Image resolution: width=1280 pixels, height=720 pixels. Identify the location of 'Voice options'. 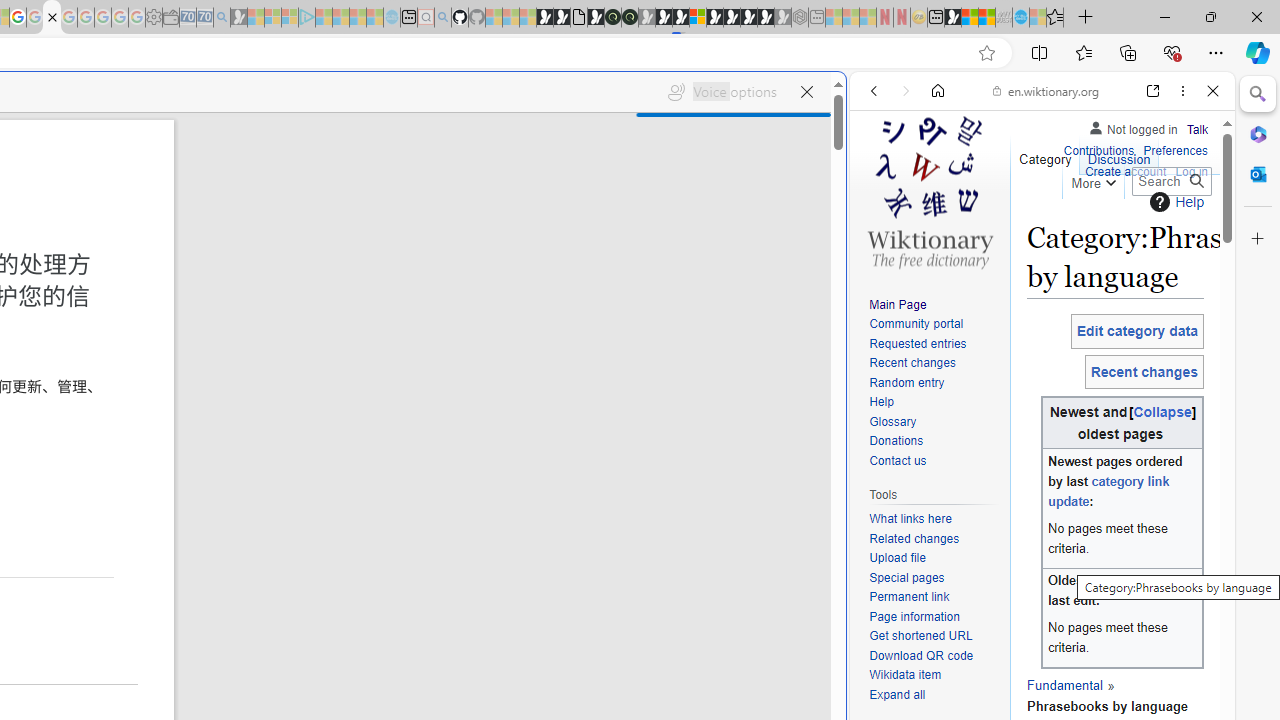
(720, 92).